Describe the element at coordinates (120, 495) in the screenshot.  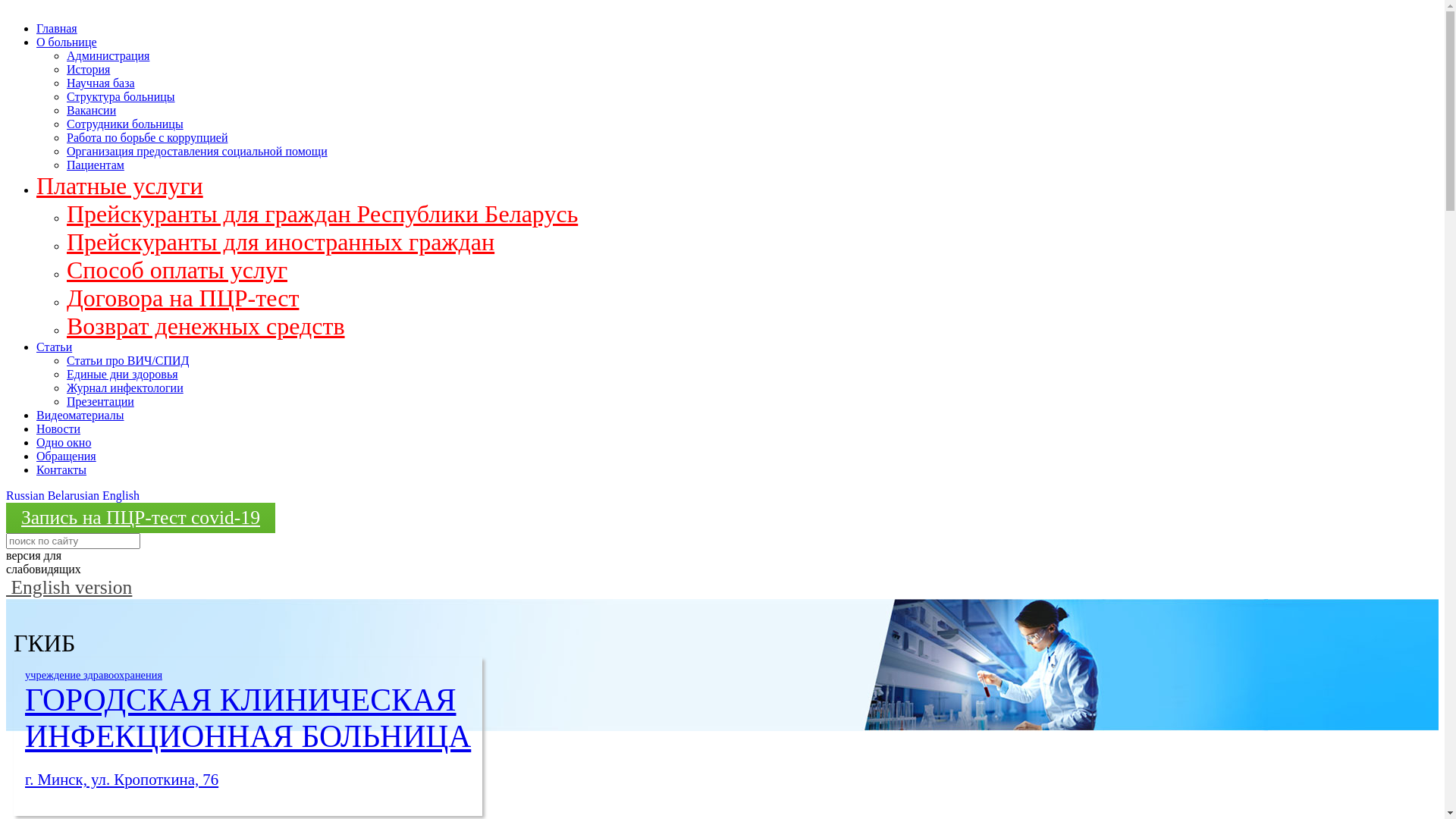
I see `'English'` at that location.